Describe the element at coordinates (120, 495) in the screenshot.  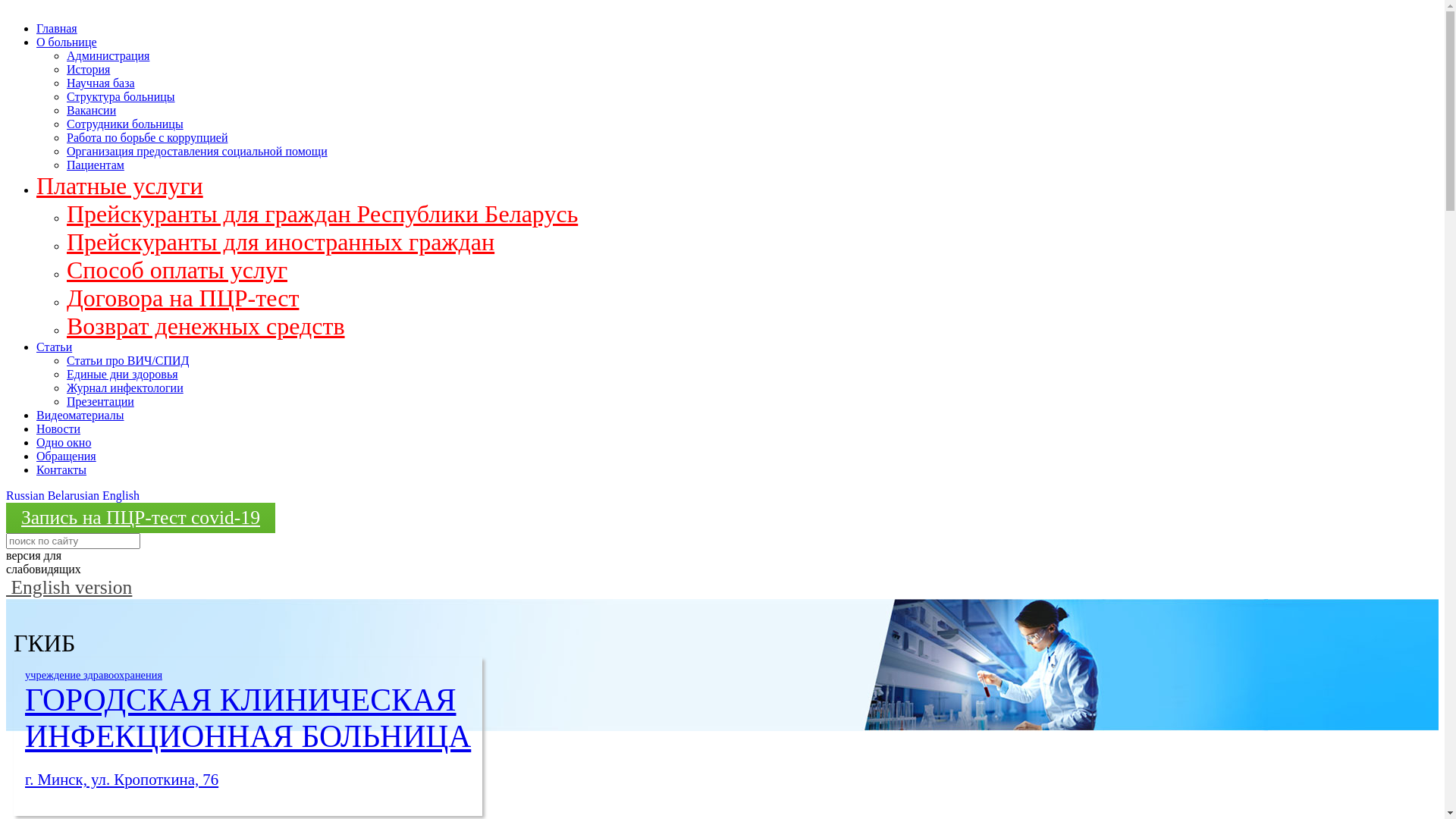
I see `'English'` at that location.